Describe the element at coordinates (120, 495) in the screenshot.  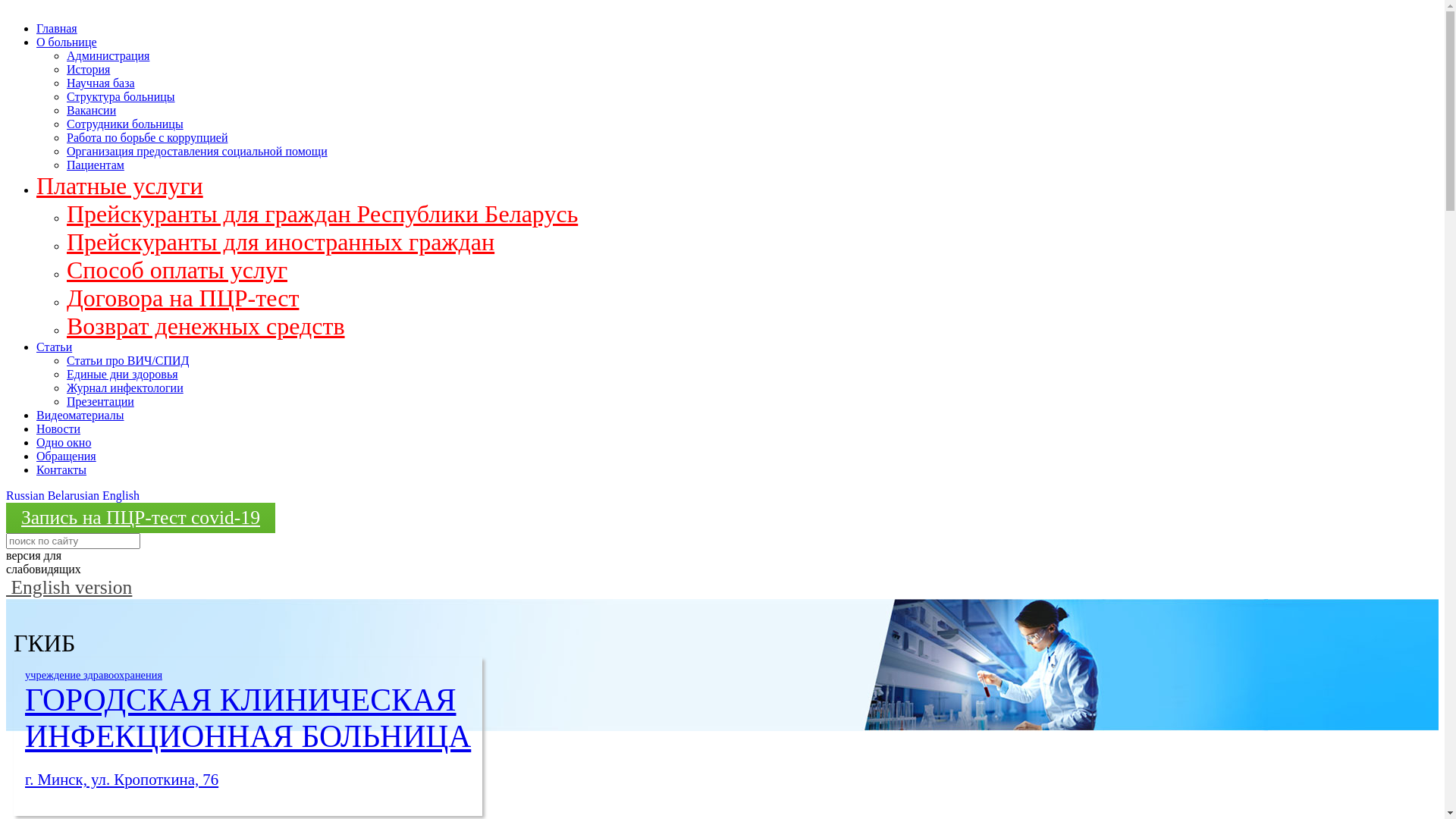
I see `'English'` at that location.